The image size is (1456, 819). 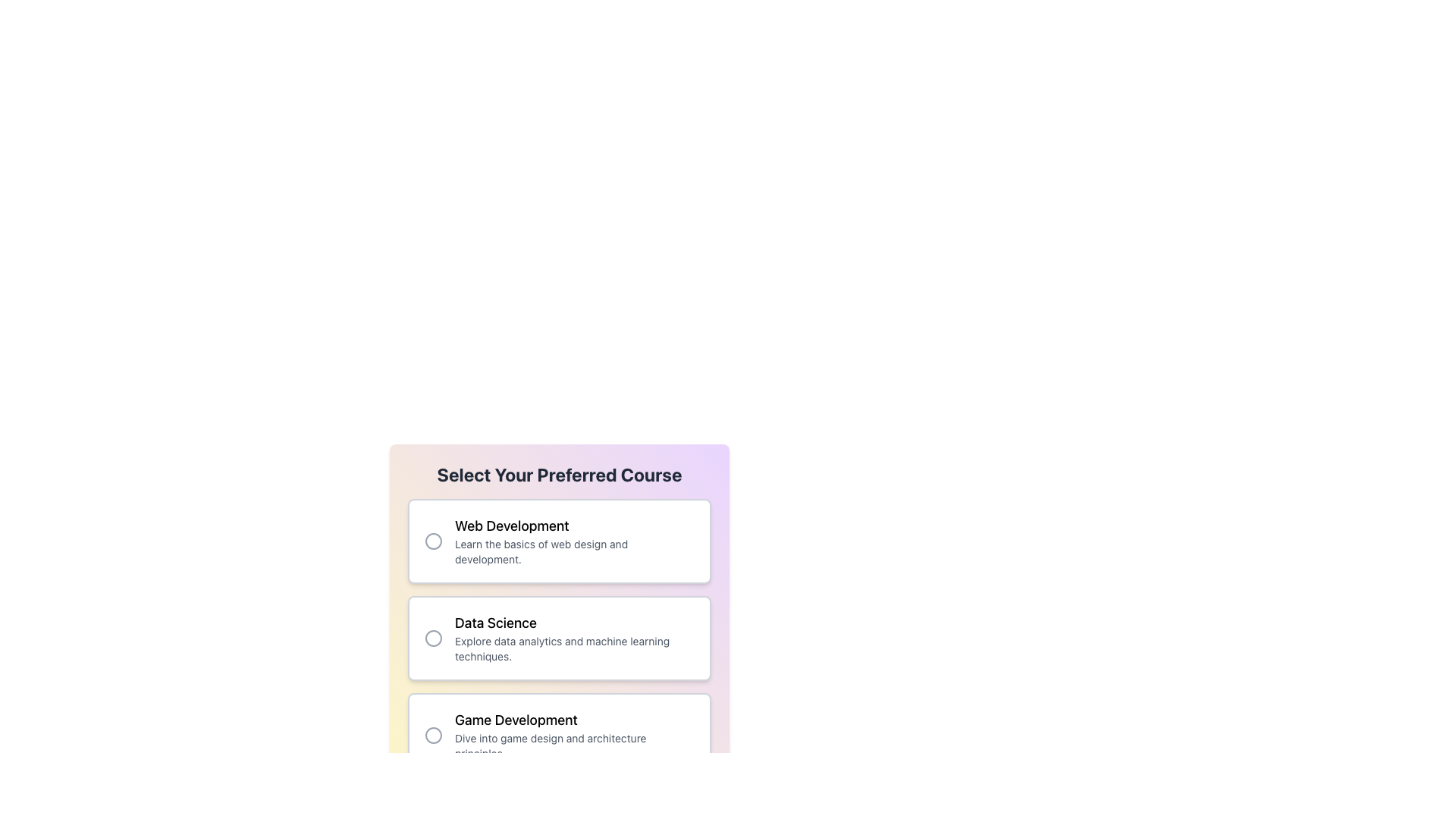 What do you see at coordinates (432, 638) in the screenshot?
I see `the selectable icon or radio button associated with 'Data Science'` at bounding box center [432, 638].